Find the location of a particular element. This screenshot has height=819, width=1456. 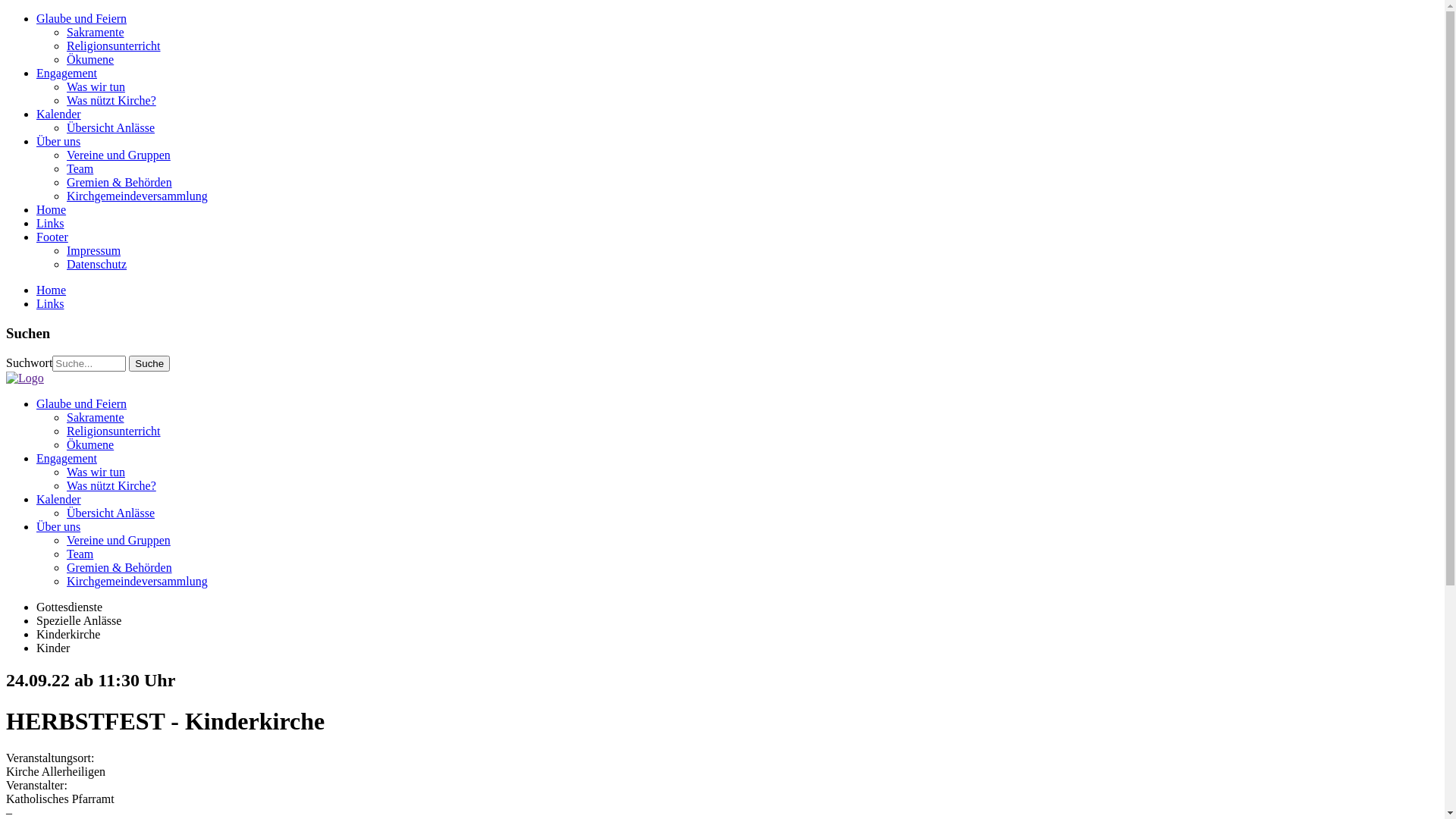

'Team' is located at coordinates (79, 168).